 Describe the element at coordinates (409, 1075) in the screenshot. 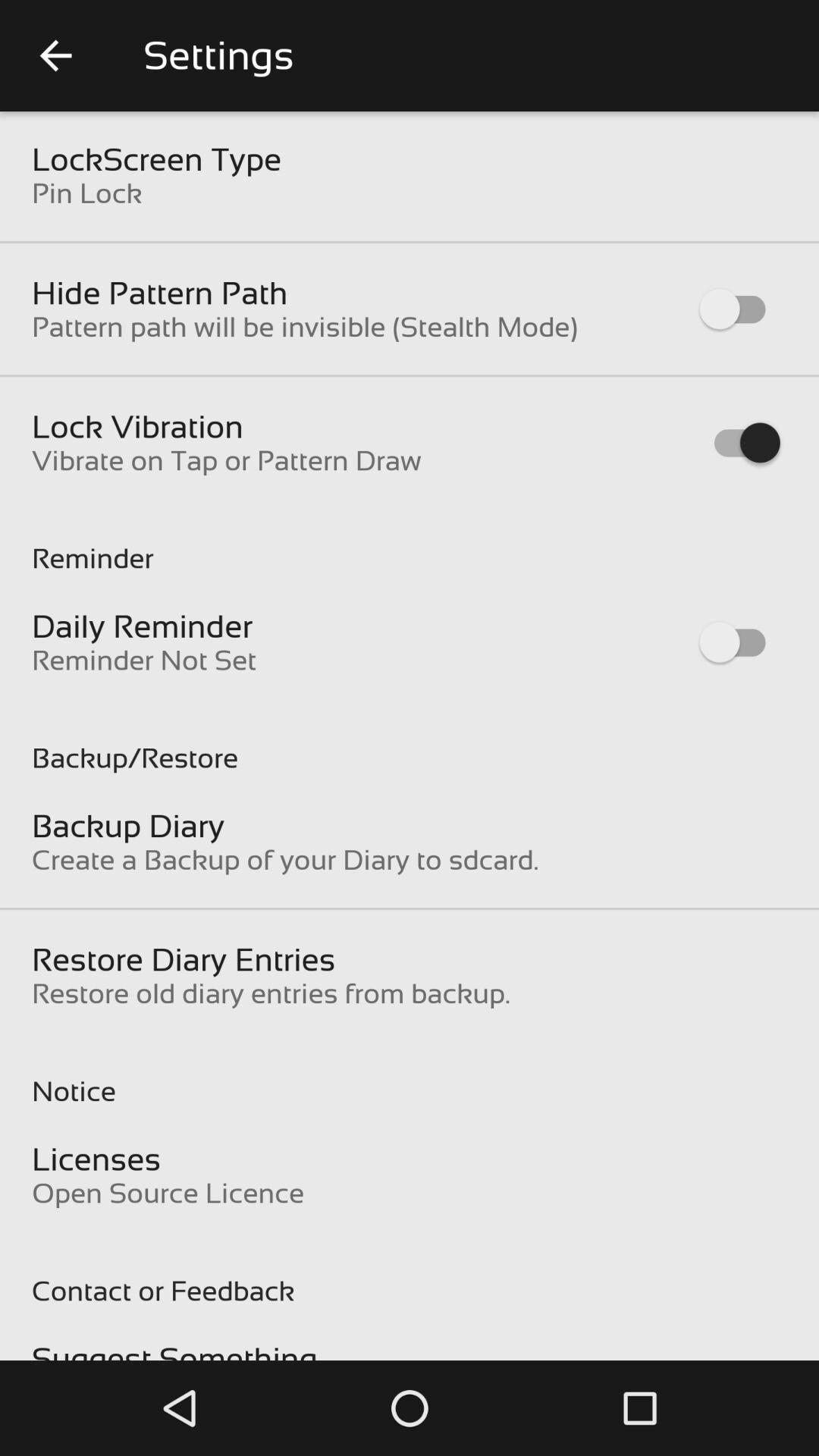

I see `notice` at that location.